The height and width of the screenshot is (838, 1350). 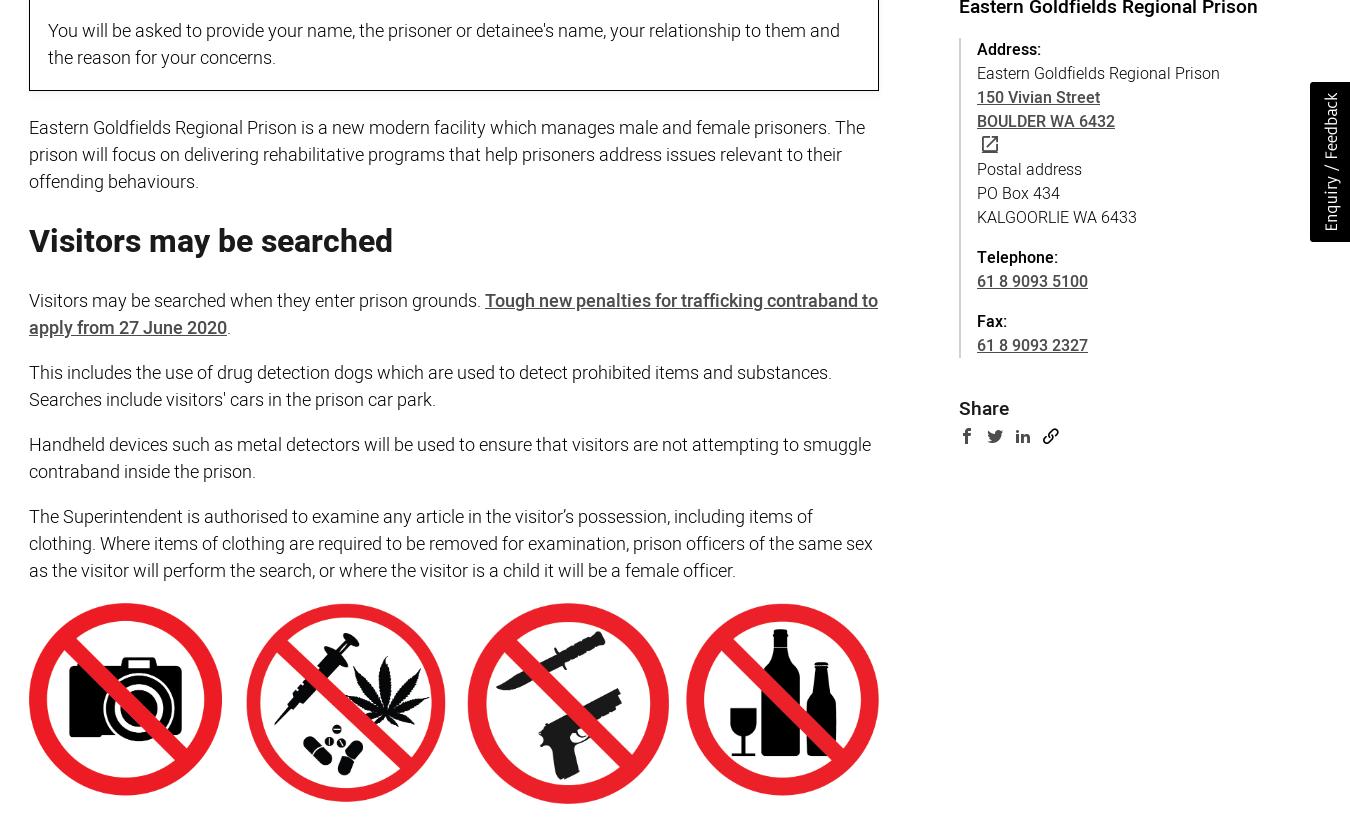 I want to click on 'Postal address', so click(x=1029, y=169).